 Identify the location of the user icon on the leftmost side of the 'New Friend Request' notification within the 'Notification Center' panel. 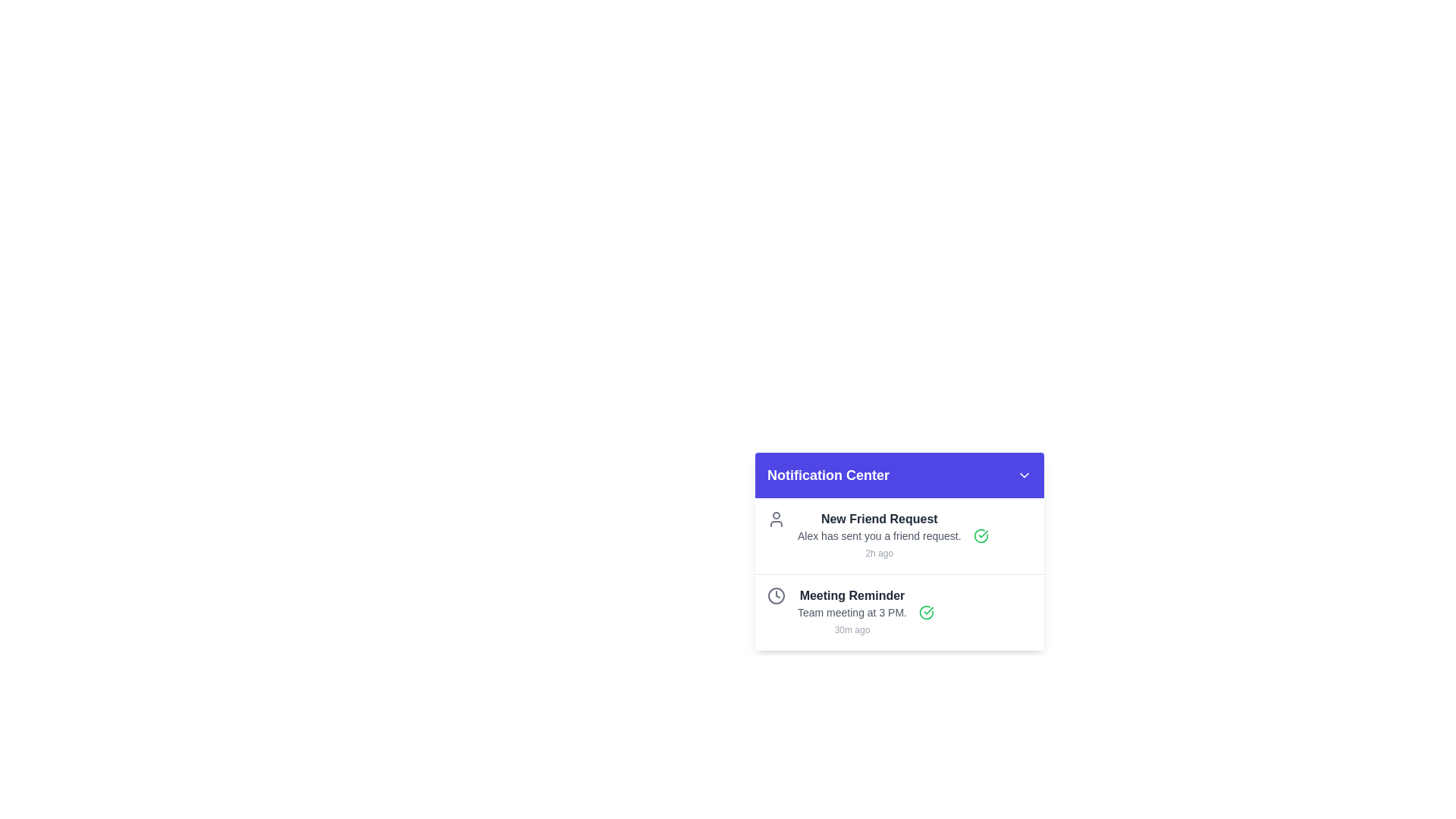
(776, 519).